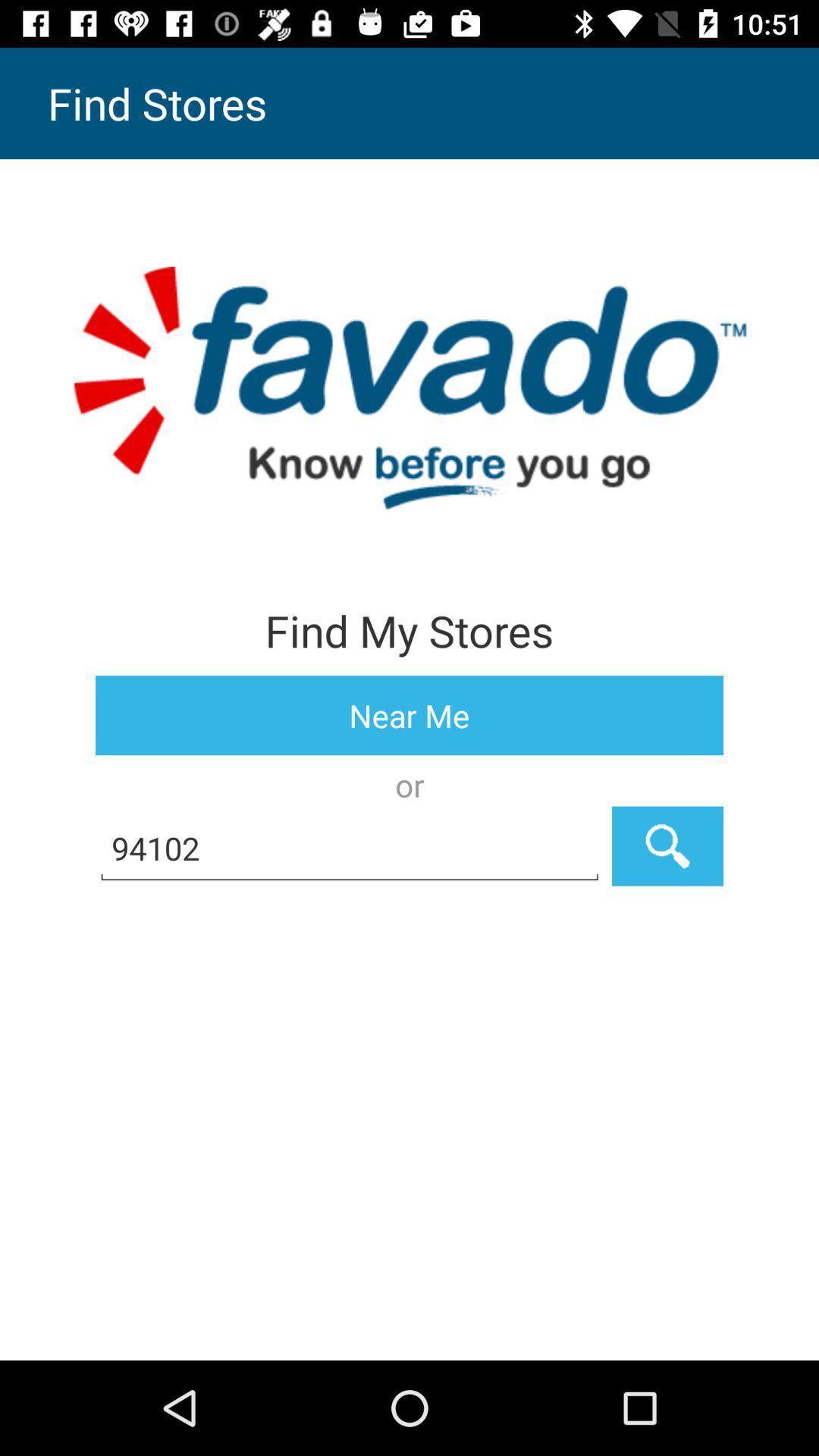 The height and width of the screenshot is (1456, 819). What do you see at coordinates (667, 846) in the screenshot?
I see `icon on the right` at bounding box center [667, 846].